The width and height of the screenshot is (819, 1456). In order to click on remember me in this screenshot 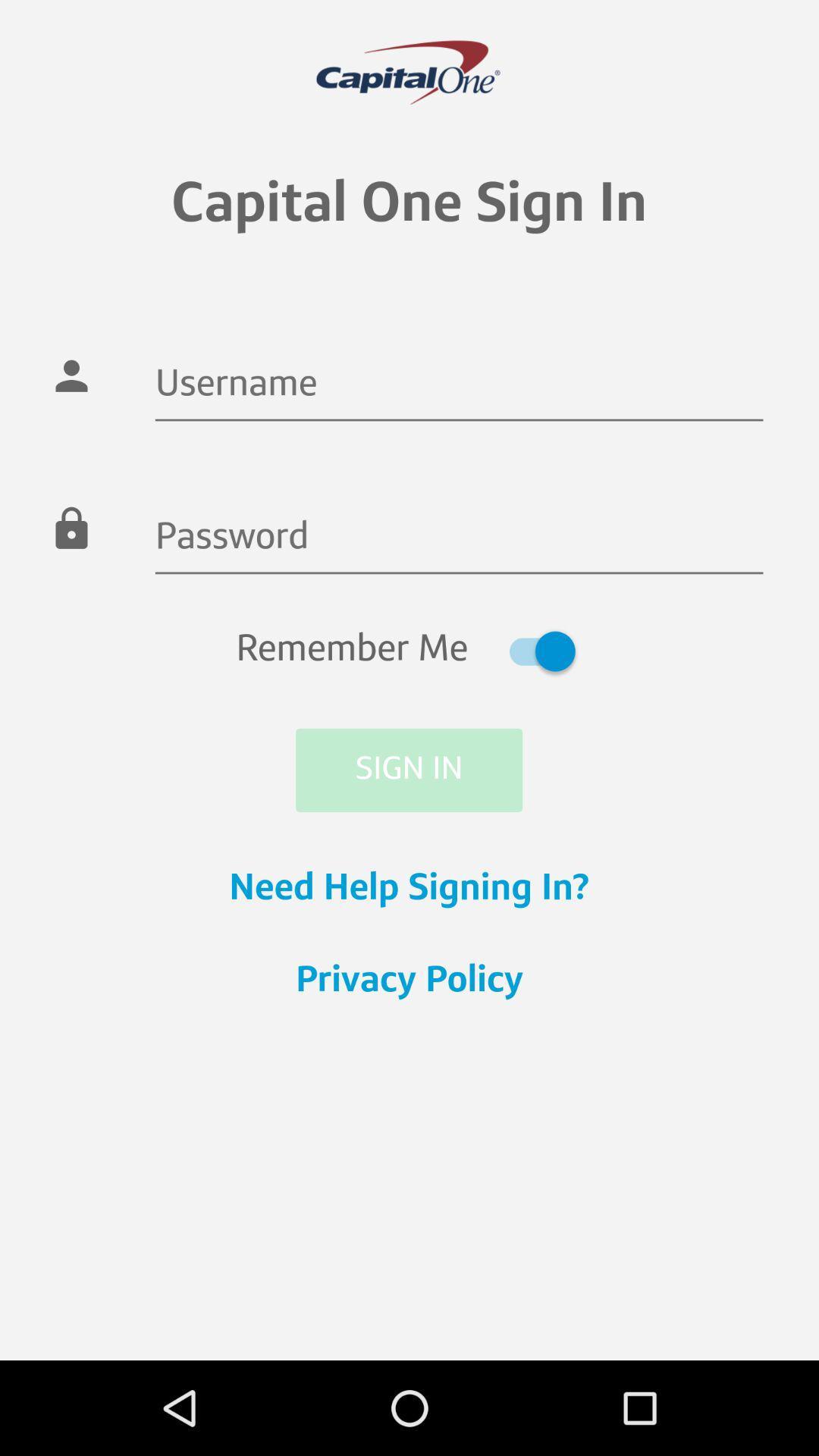, I will do `click(408, 651)`.